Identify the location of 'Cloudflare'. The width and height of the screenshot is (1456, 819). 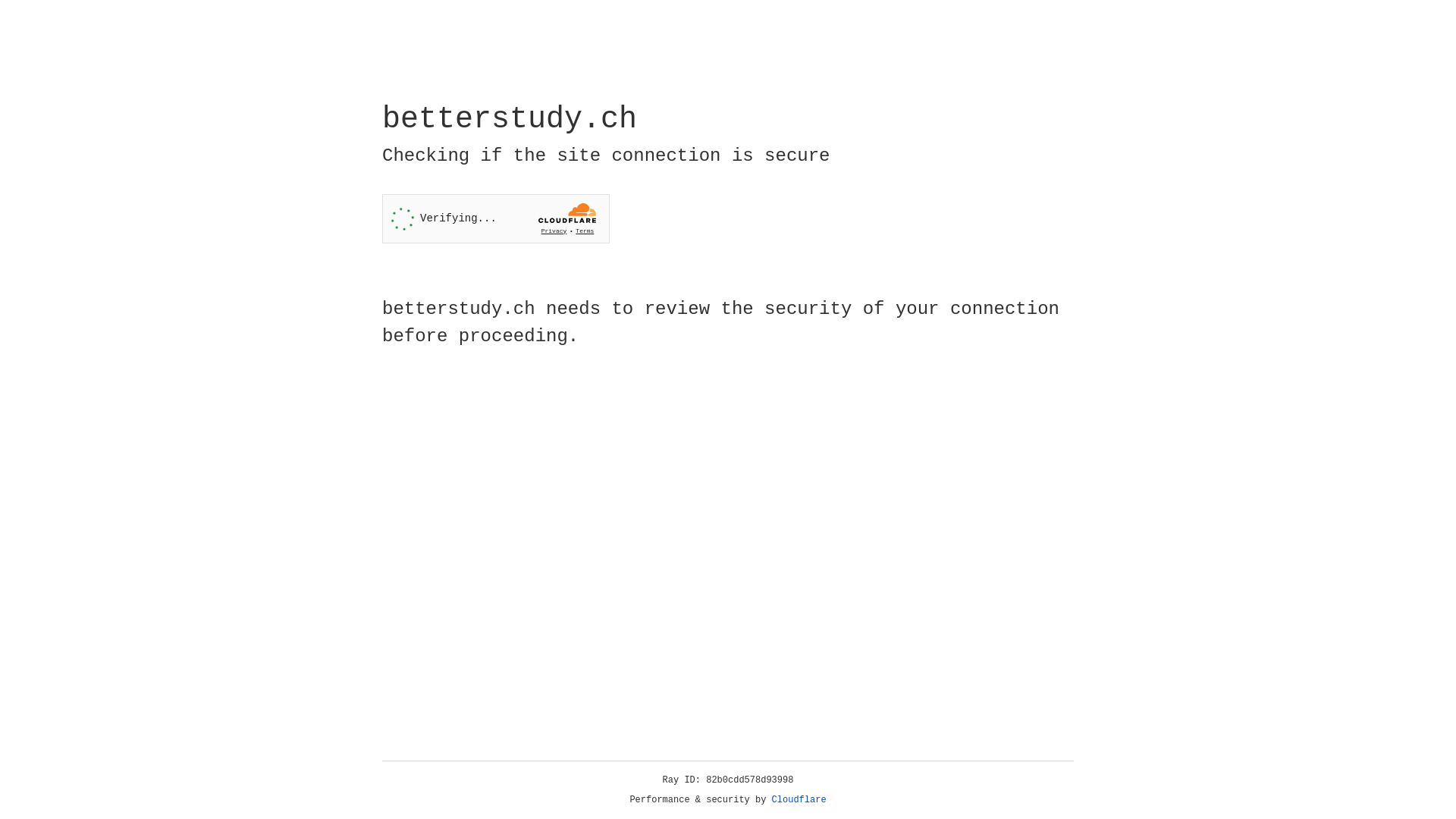
(799, 799).